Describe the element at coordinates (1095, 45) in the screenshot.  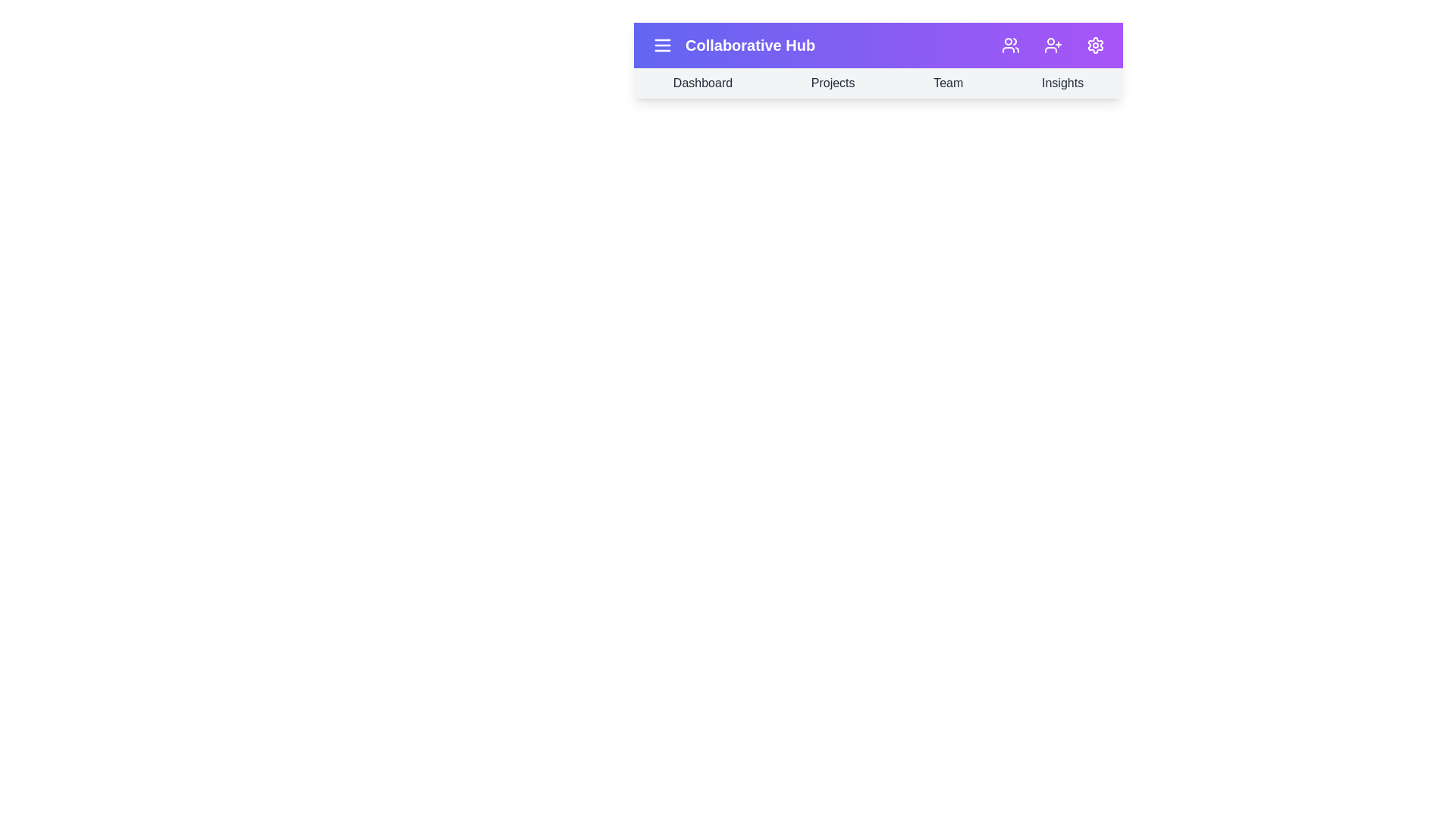
I see `the Settings button in the CollaborativeAppBar` at that location.